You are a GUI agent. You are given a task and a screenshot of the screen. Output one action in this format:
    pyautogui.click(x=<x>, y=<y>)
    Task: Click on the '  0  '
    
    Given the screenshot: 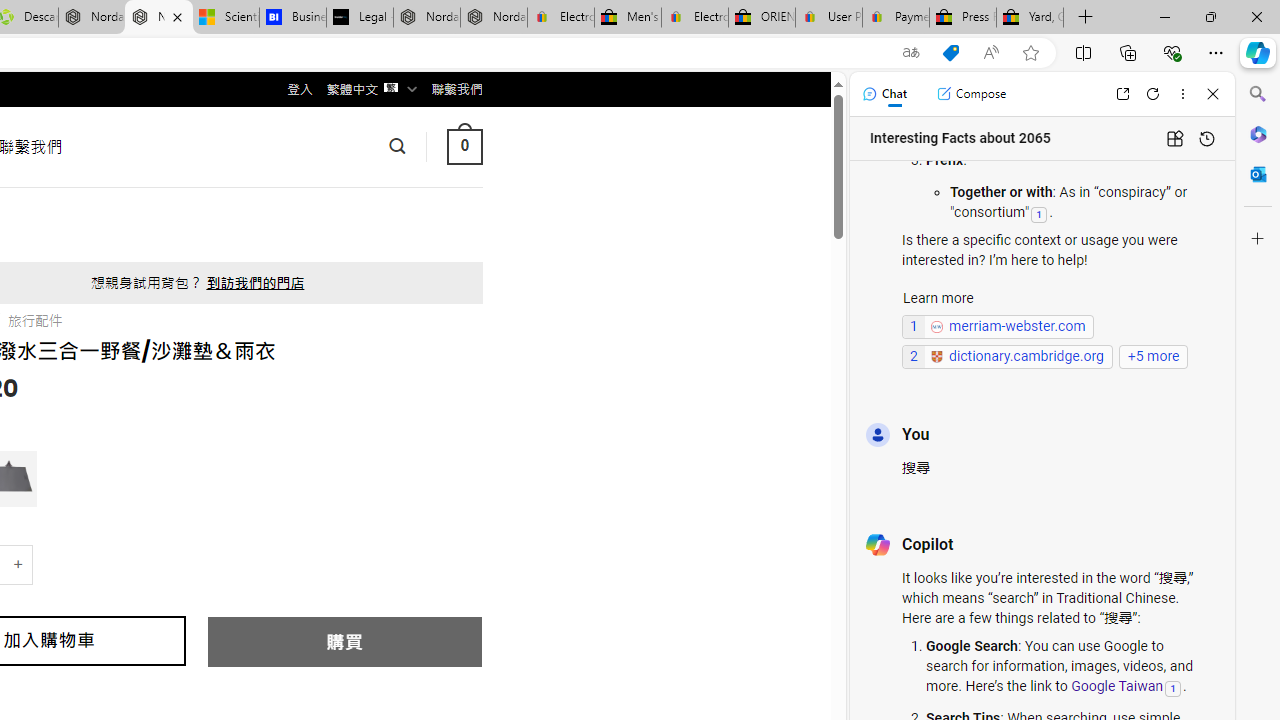 What is the action you would take?
    pyautogui.click(x=463, y=145)
    